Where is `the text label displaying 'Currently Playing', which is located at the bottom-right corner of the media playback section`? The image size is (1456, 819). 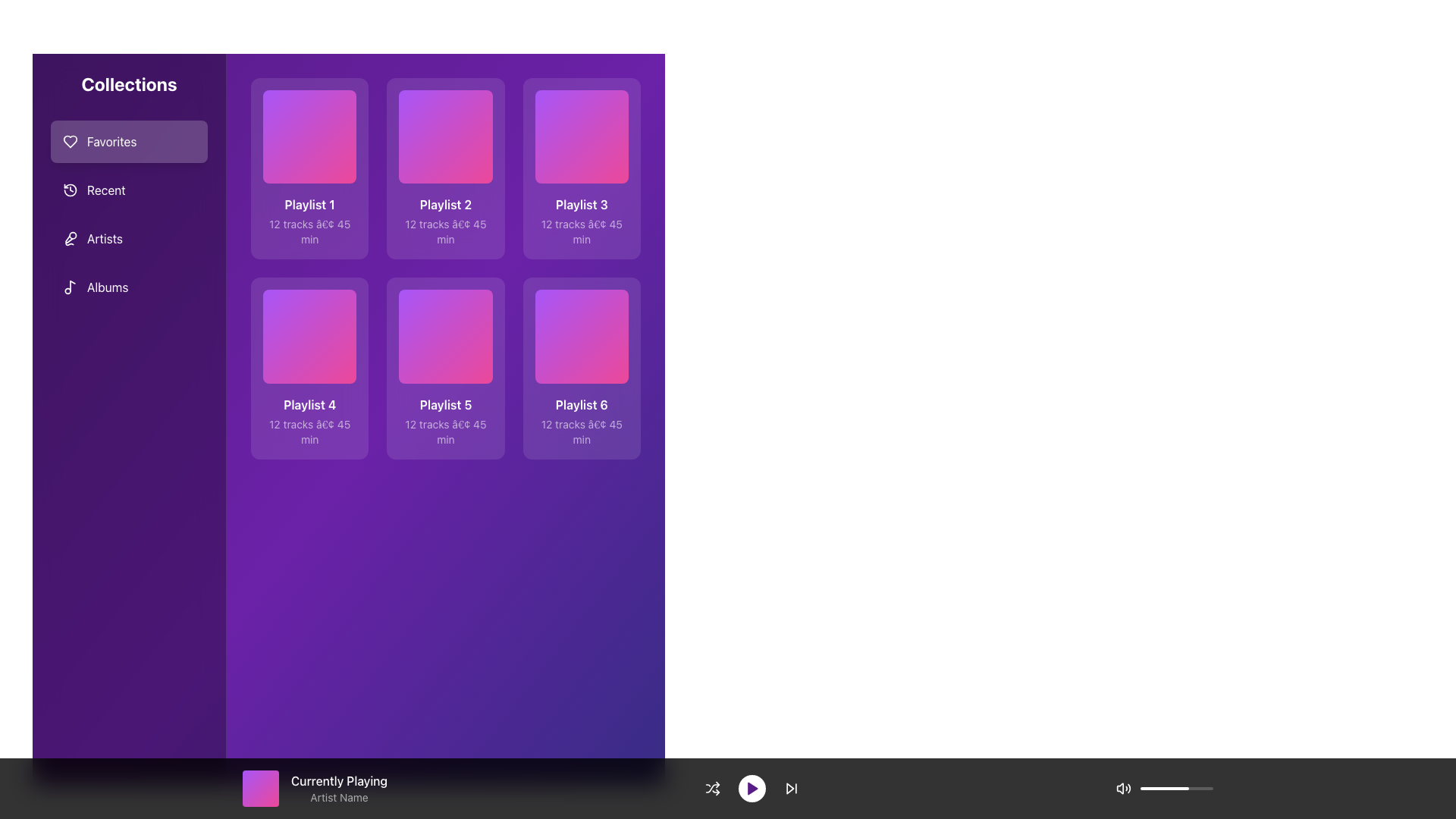 the text label displaying 'Currently Playing', which is located at the bottom-right corner of the media playback section is located at coordinates (338, 780).